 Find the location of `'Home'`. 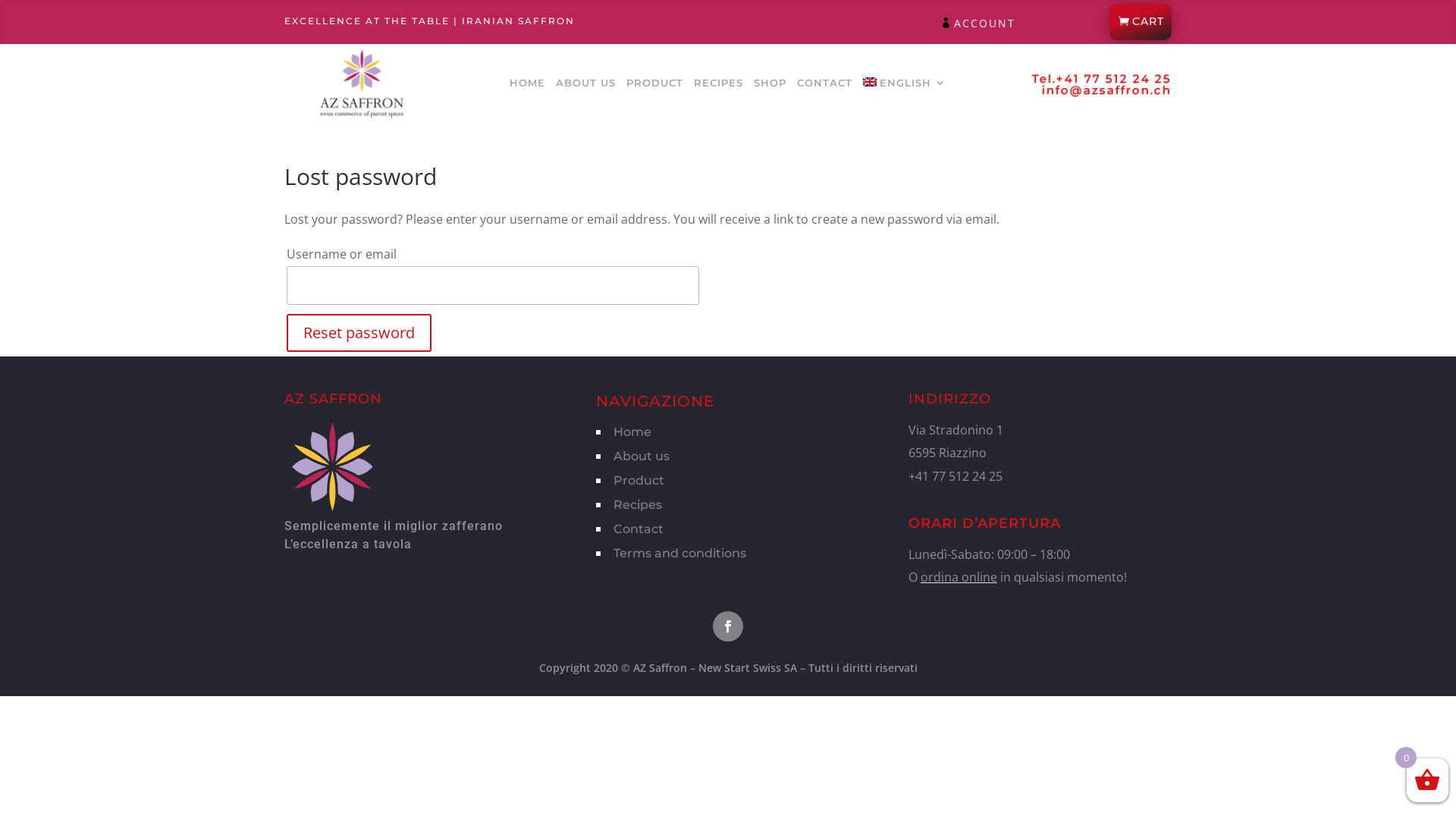

'Home' is located at coordinates (632, 431).